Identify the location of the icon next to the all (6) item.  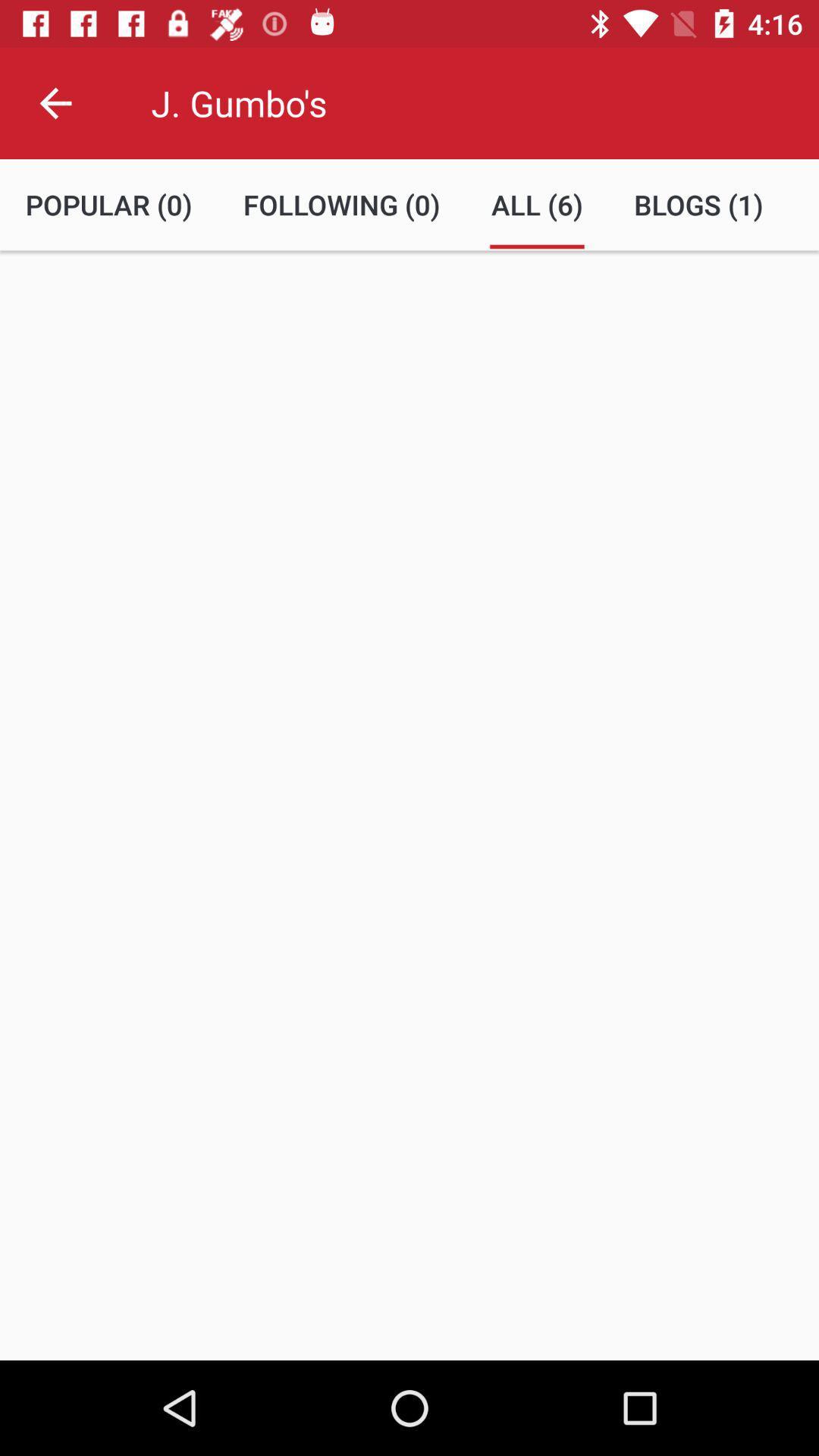
(341, 204).